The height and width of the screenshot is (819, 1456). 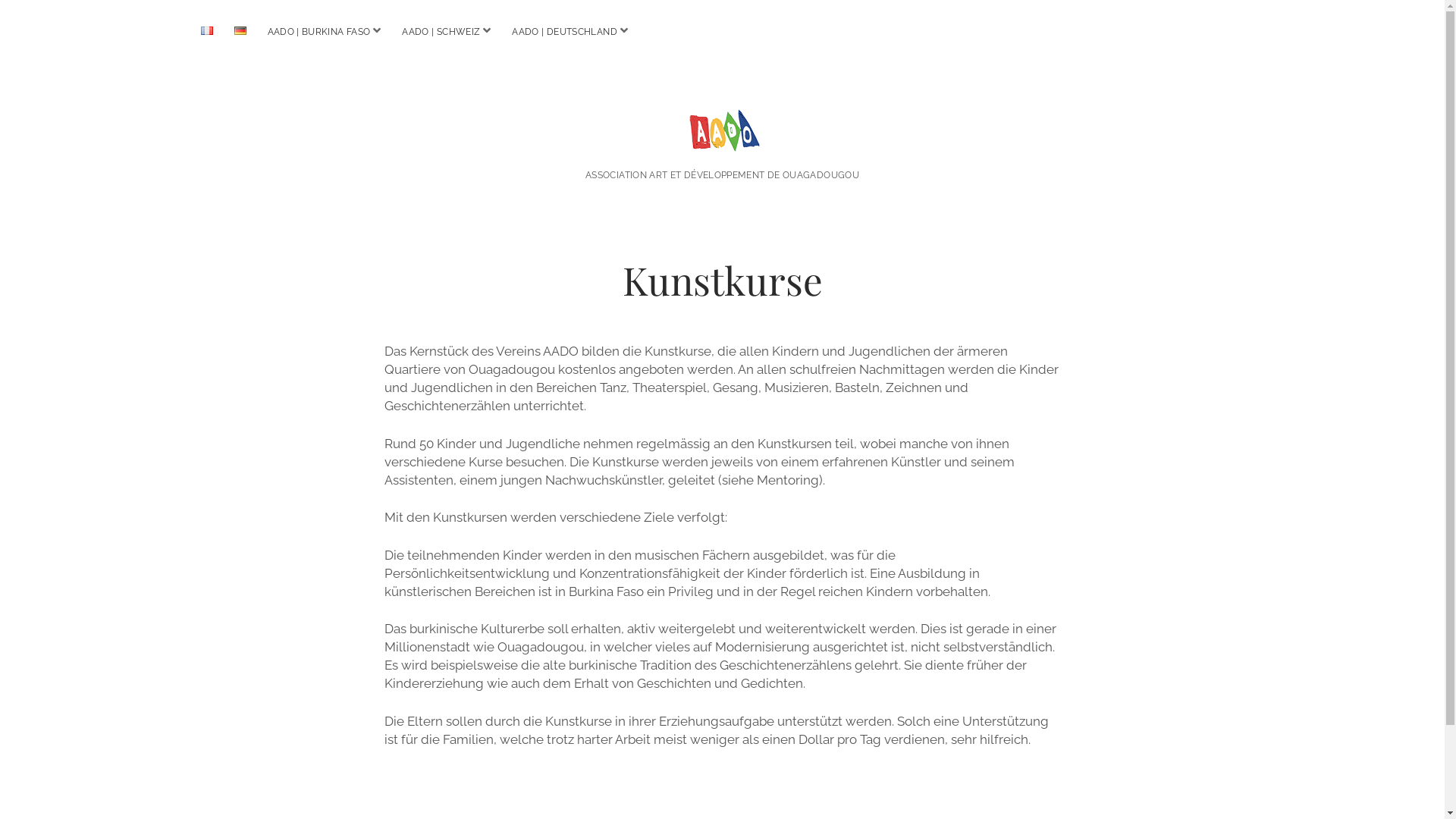 I want to click on 'Deutsch', so click(x=239, y=30).